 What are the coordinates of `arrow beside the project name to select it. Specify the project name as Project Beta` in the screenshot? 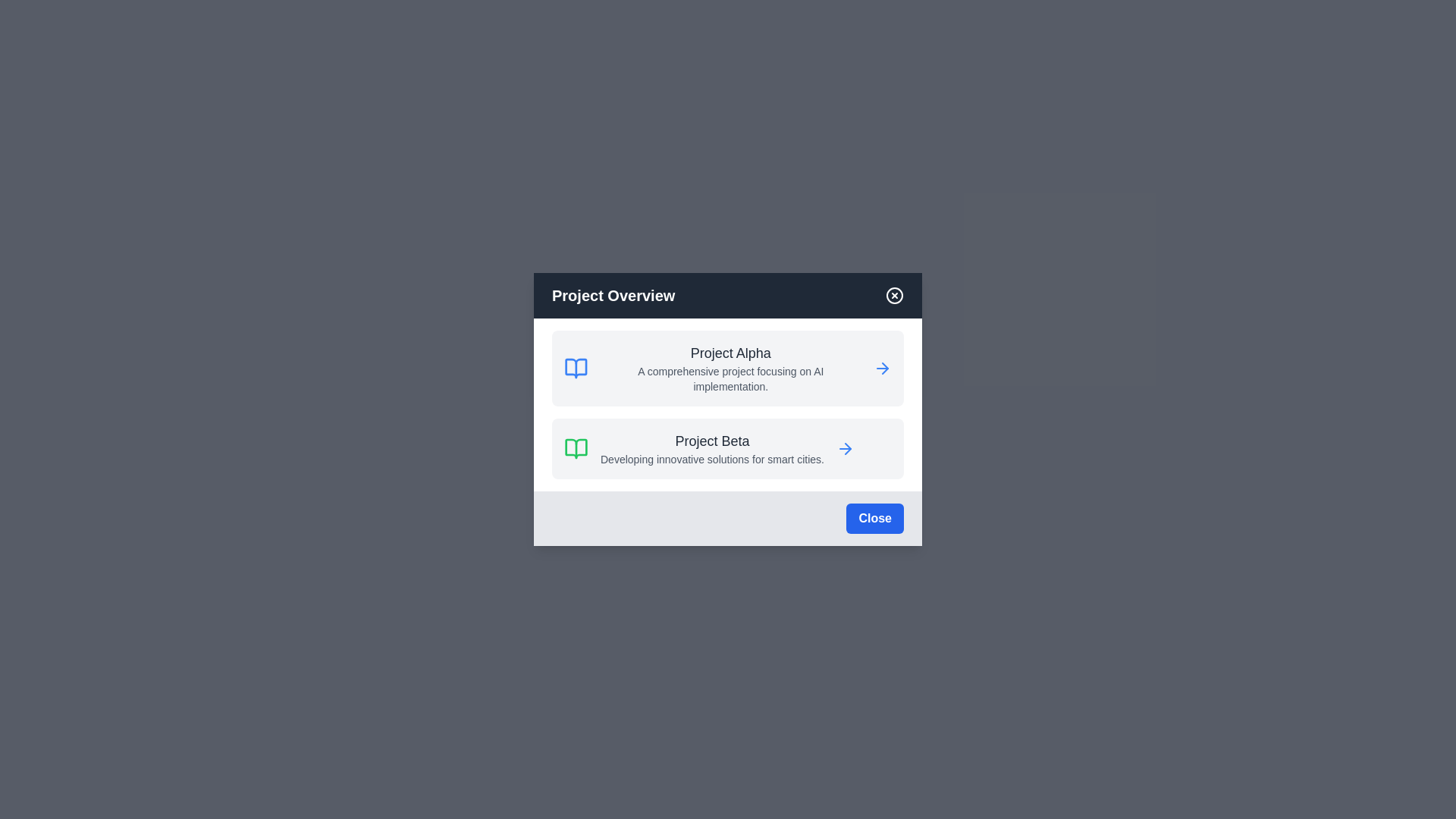 It's located at (843, 447).